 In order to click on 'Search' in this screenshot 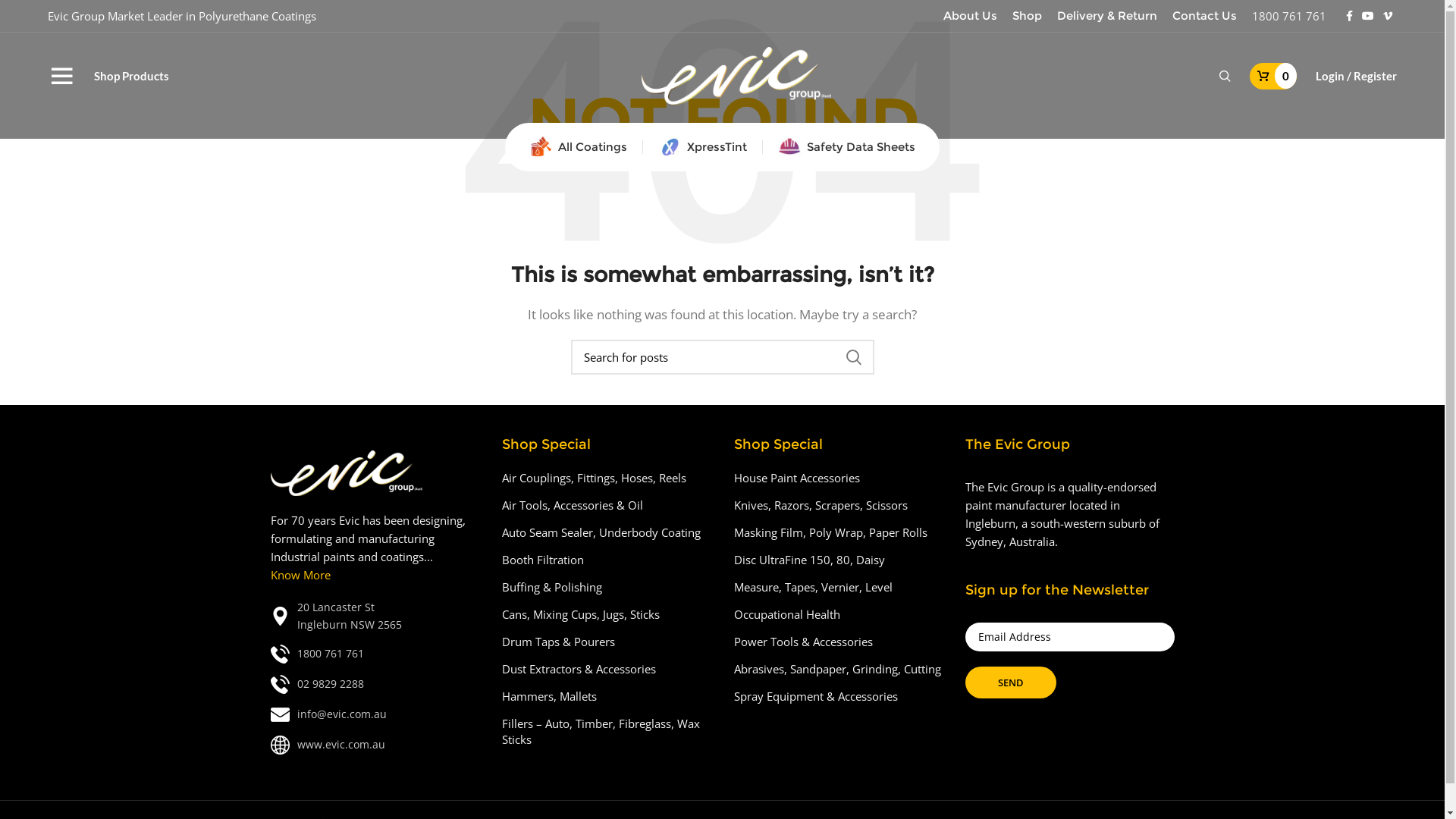, I will do `click(1225, 76)`.